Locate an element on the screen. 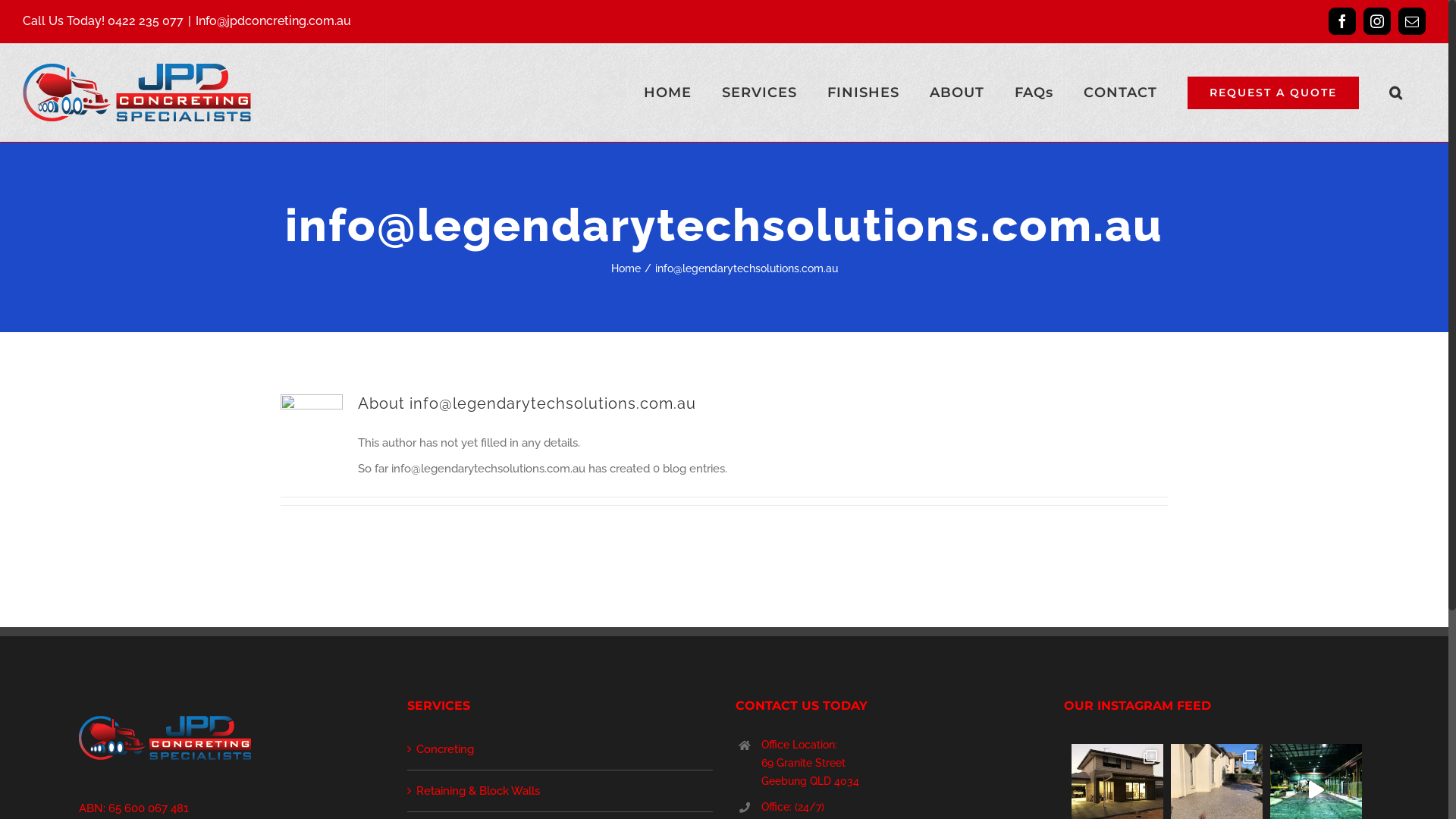 The width and height of the screenshot is (1456, 819). 'Search' is located at coordinates (39, 11).